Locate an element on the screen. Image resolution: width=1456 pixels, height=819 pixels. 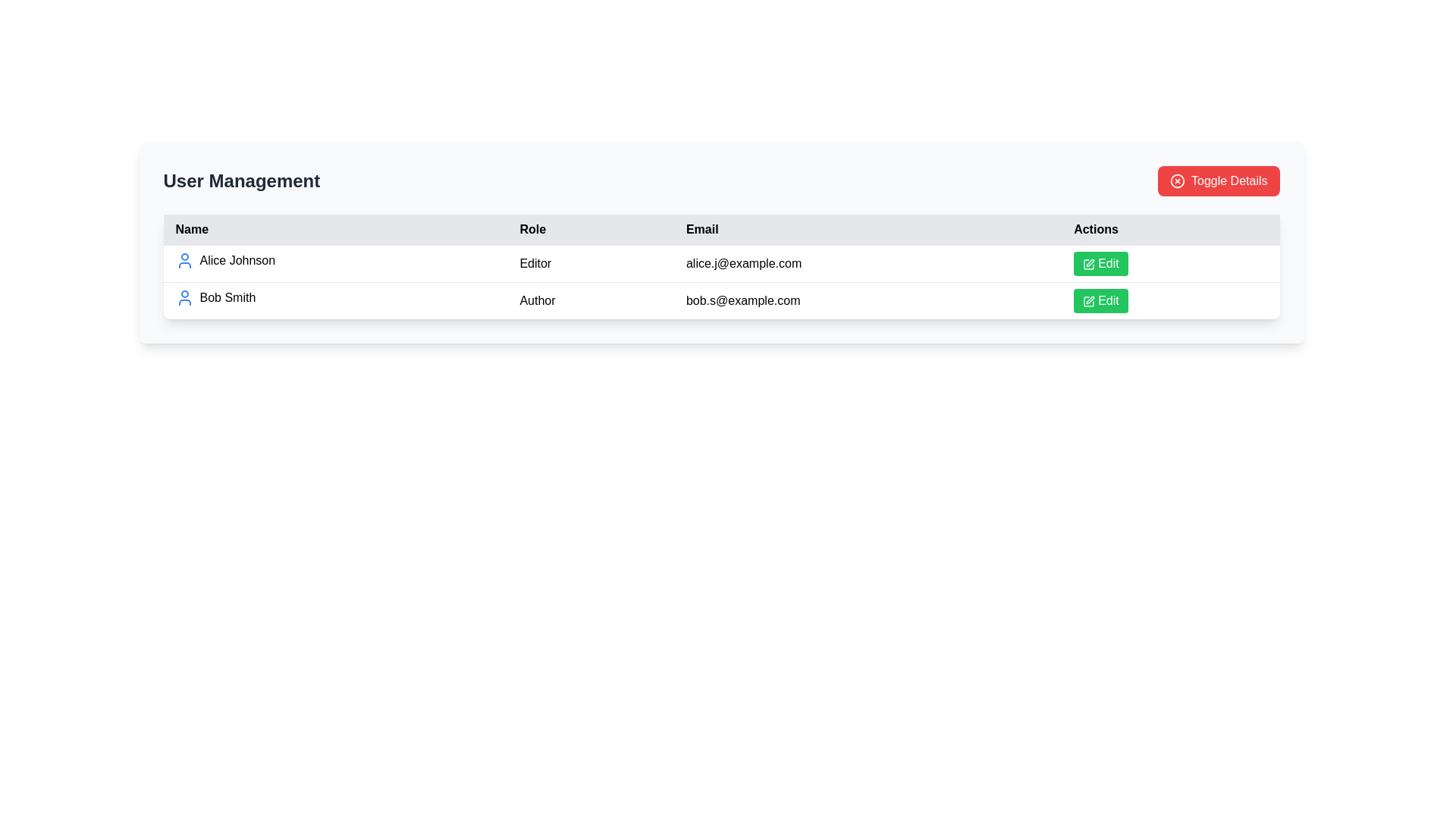
the 'Edit' icon located in the 'Actions' column of the second row in the table, which visually represents the editing action is located at coordinates (1088, 301).